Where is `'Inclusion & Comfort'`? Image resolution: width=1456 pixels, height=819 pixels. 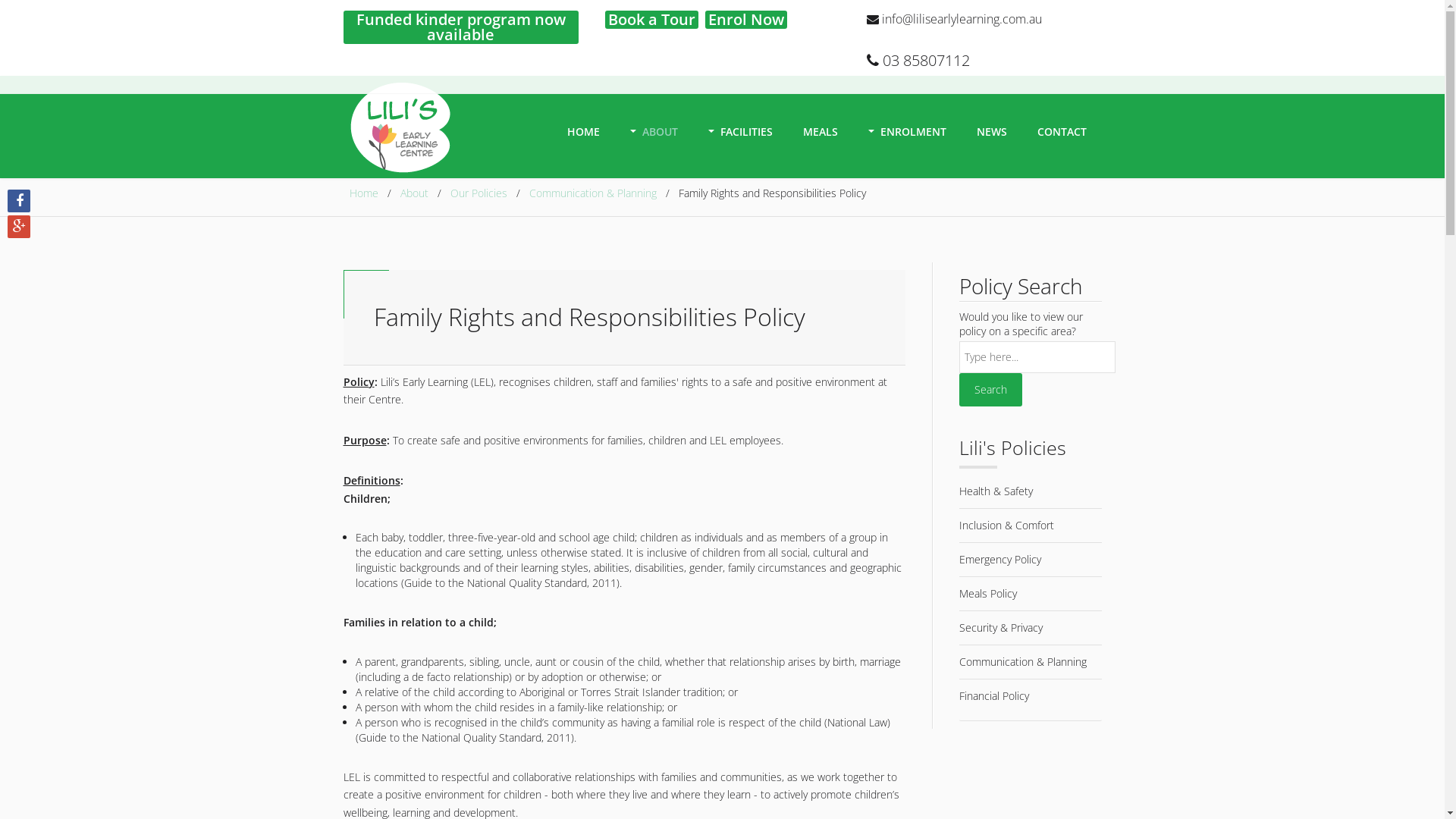 'Inclusion & Comfort' is located at coordinates (959, 524).